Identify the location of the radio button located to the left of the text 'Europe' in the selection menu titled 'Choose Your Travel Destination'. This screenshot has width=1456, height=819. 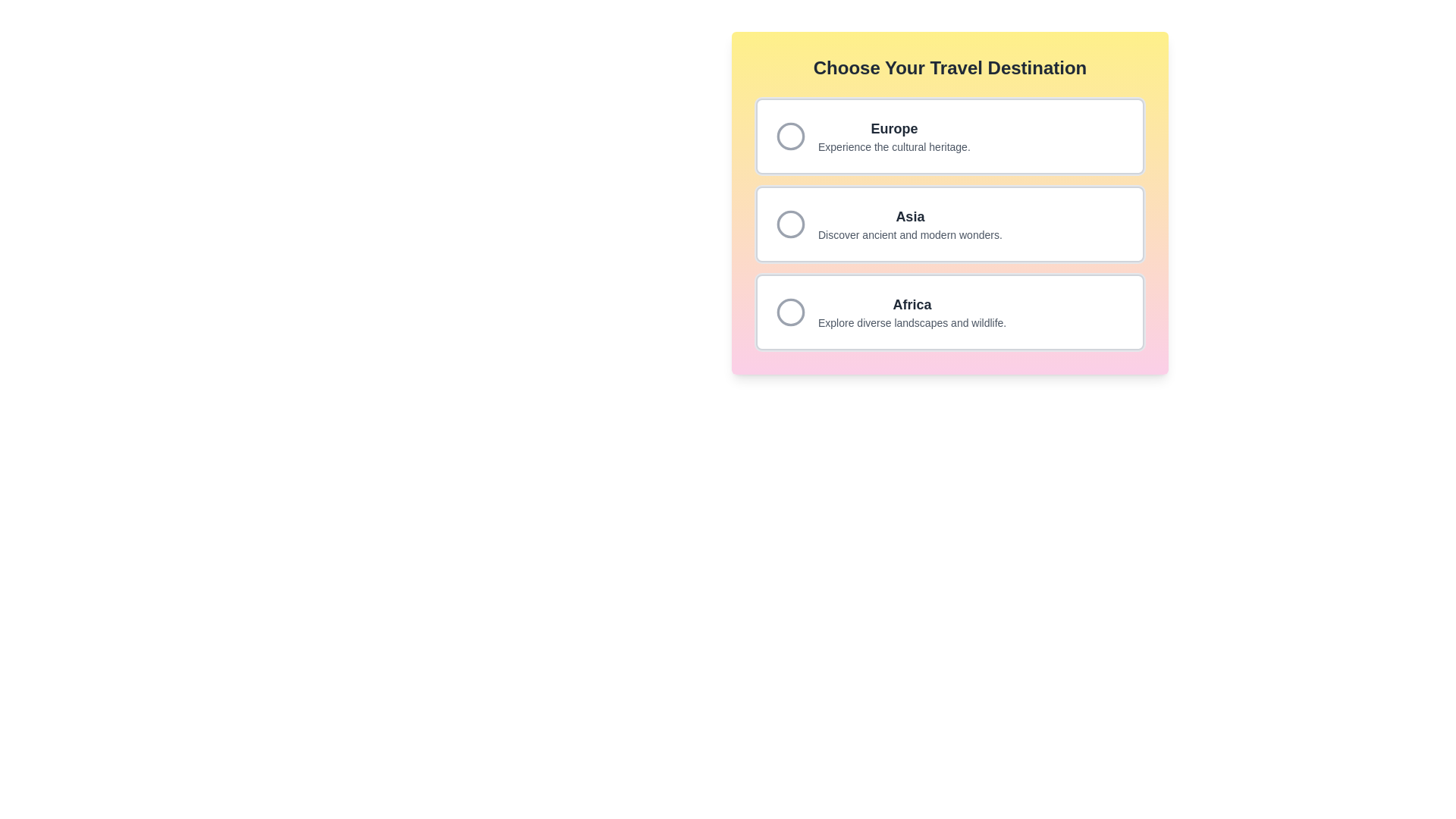
(789, 136).